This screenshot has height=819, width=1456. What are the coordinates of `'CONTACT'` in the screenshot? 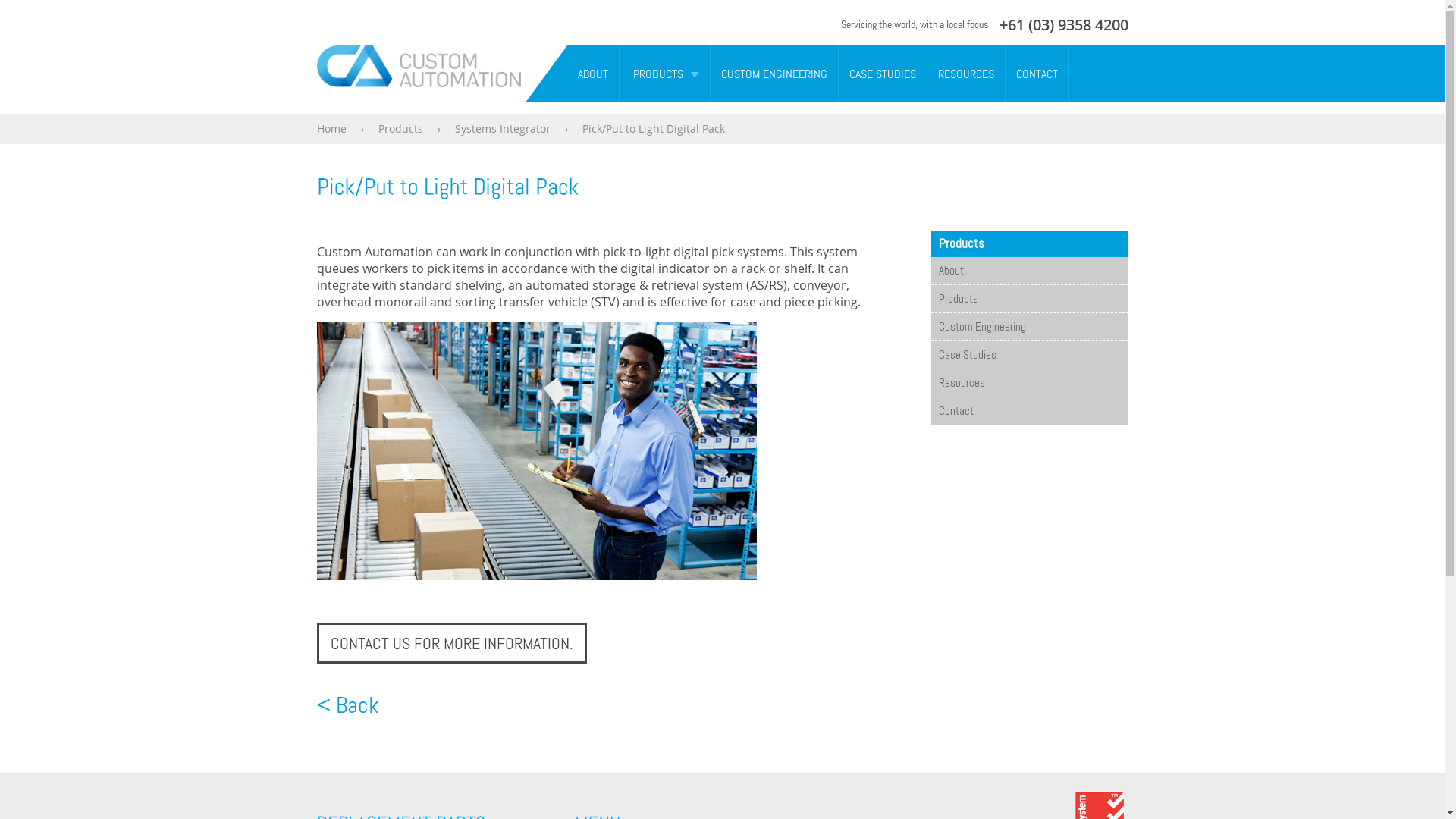 It's located at (1036, 74).